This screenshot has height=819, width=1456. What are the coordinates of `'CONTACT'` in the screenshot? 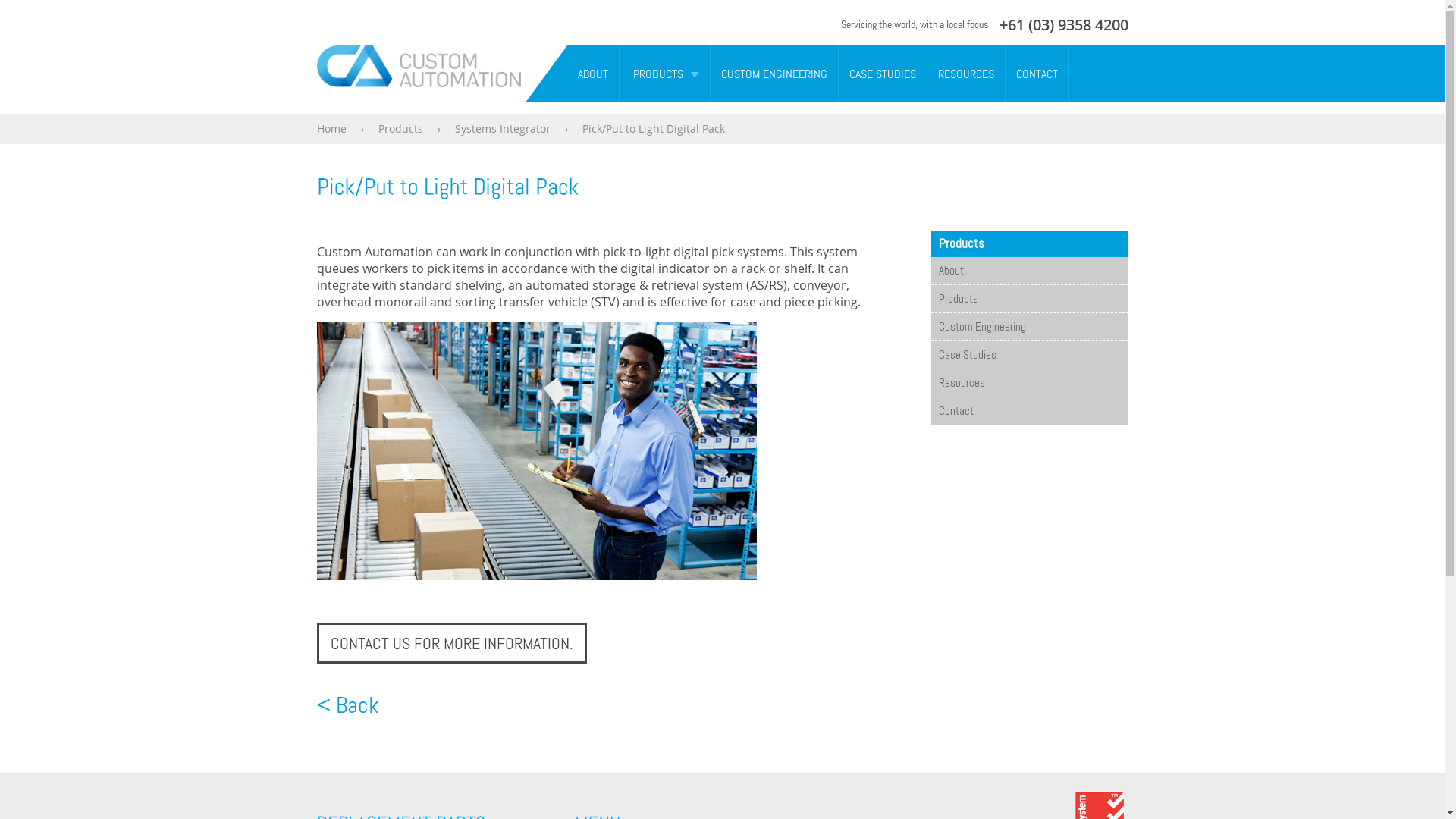 It's located at (1036, 74).